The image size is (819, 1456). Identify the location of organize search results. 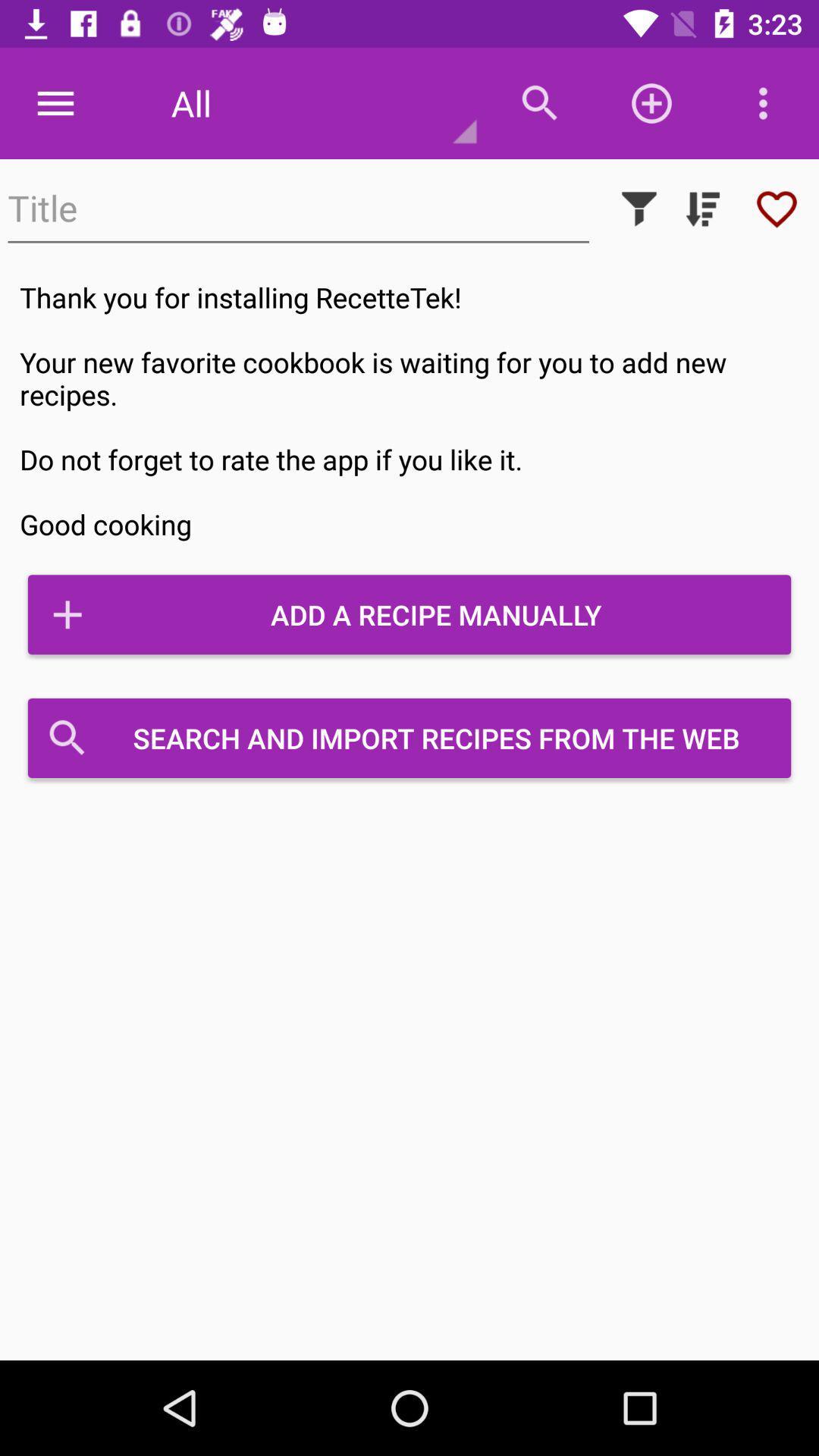
(702, 208).